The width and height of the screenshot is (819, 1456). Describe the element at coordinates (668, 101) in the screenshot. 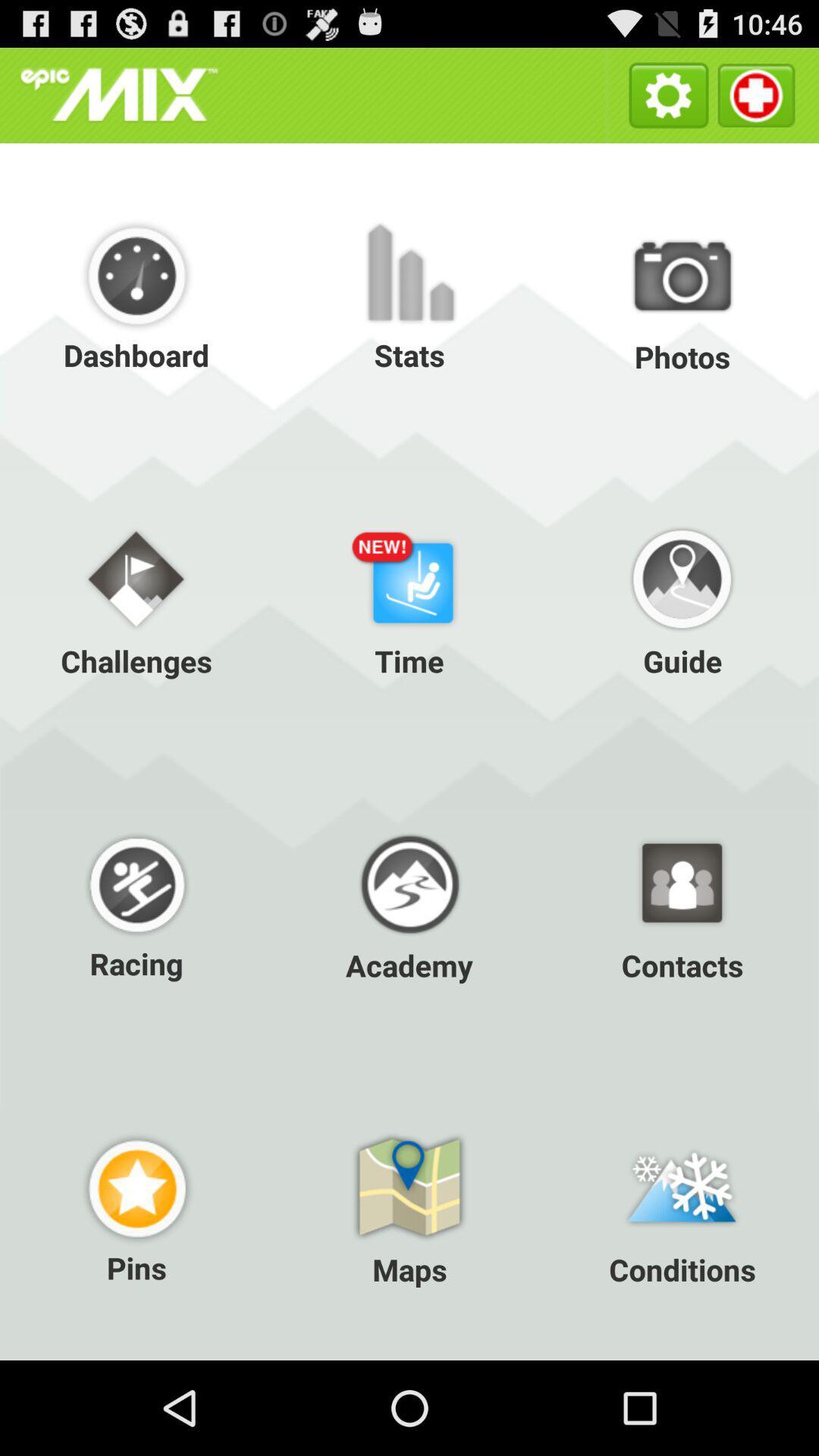

I see `the settings icon` at that location.